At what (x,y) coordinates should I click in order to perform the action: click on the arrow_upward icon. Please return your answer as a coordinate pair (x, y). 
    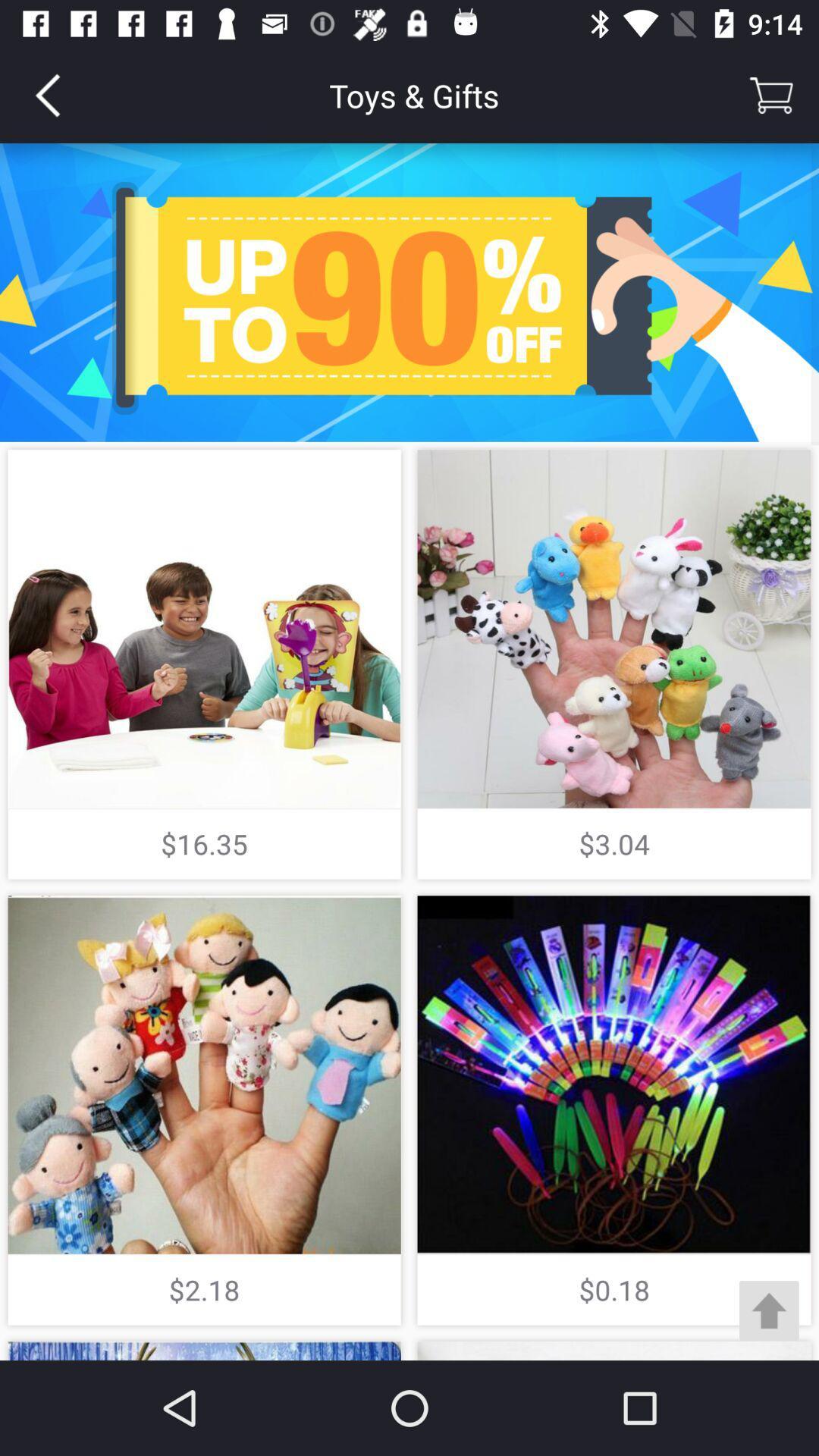
    Looking at the image, I should click on (769, 1310).